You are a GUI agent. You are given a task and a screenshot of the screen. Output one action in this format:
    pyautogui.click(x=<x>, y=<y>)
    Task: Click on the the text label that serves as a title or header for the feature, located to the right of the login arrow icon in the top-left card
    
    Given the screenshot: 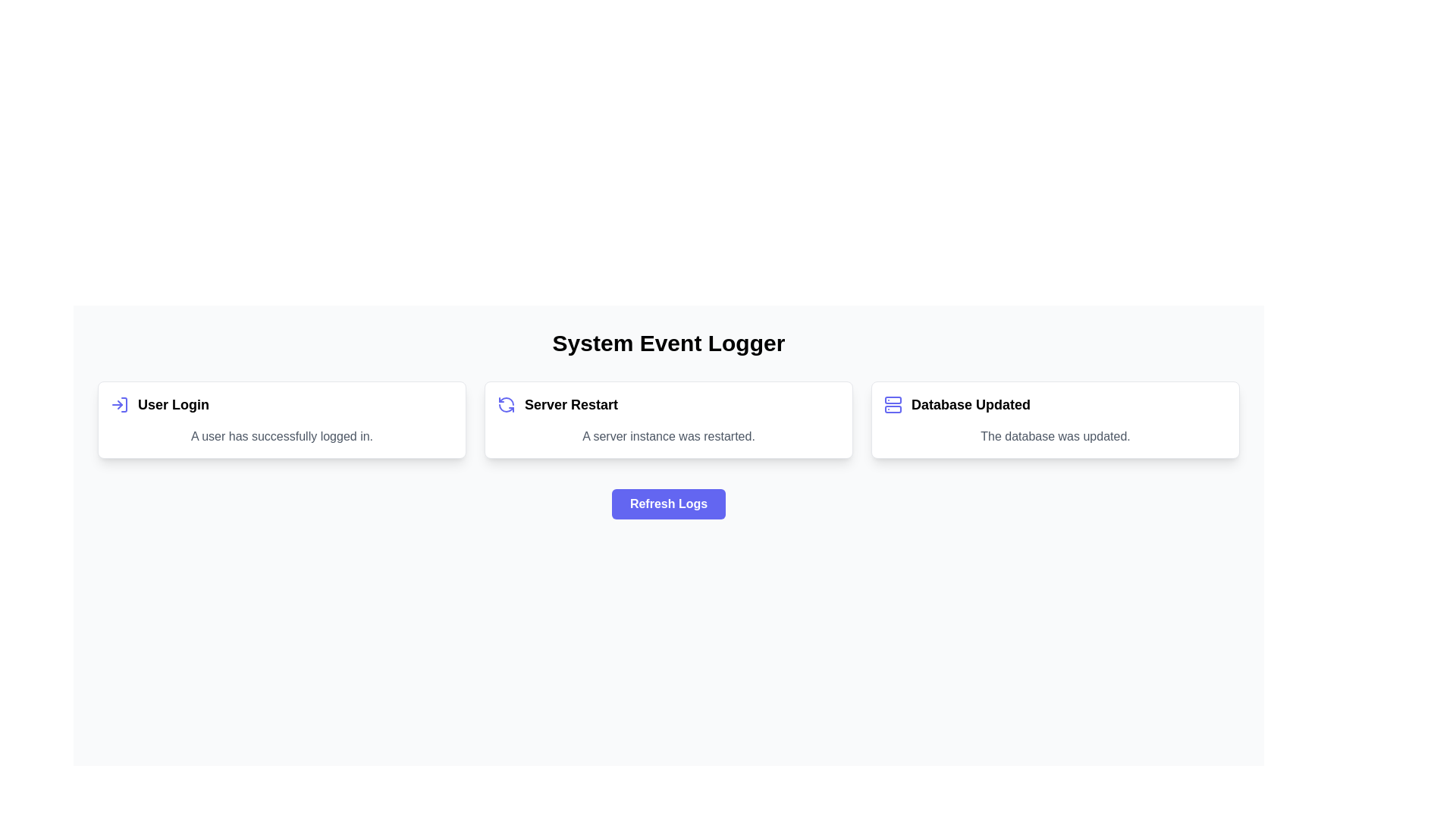 What is the action you would take?
    pyautogui.click(x=174, y=403)
    